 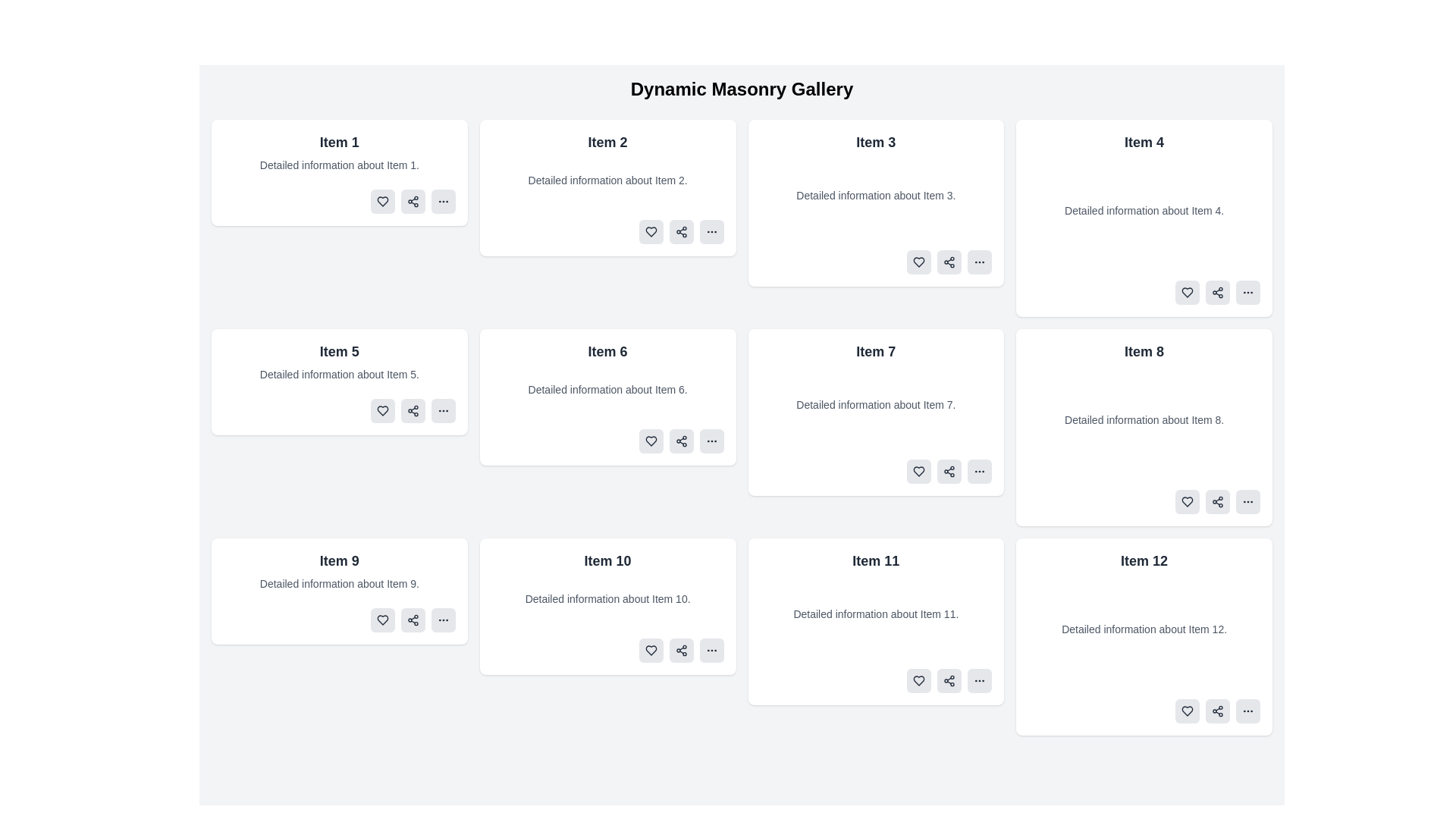 What do you see at coordinates (1218, 292) in the screenshot?
I see `the share icon, which is an SVG graphic with three connected circles and lines, located in the actions bar of the fourth tile of the masonry grid layout, to initiate the sharing action` at bounding box center [1218, 292].